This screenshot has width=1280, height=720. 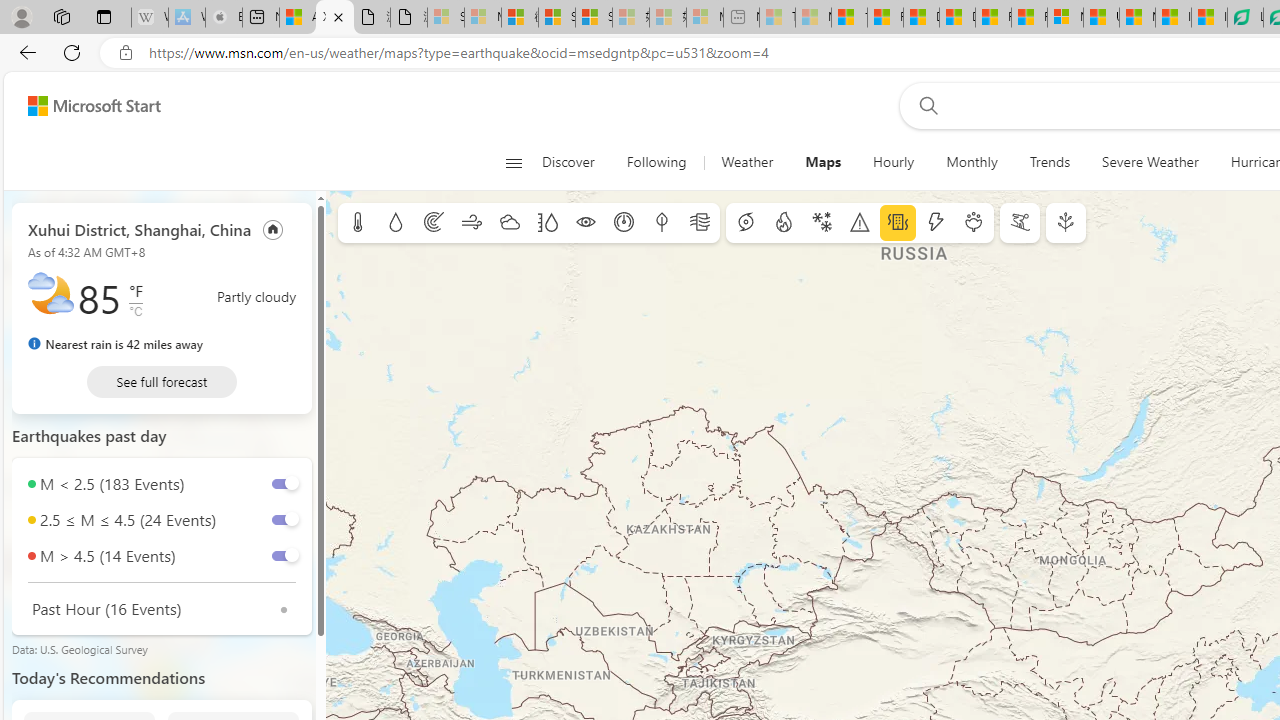 I want to click on 'Air quality', so click(x=700, y=223).